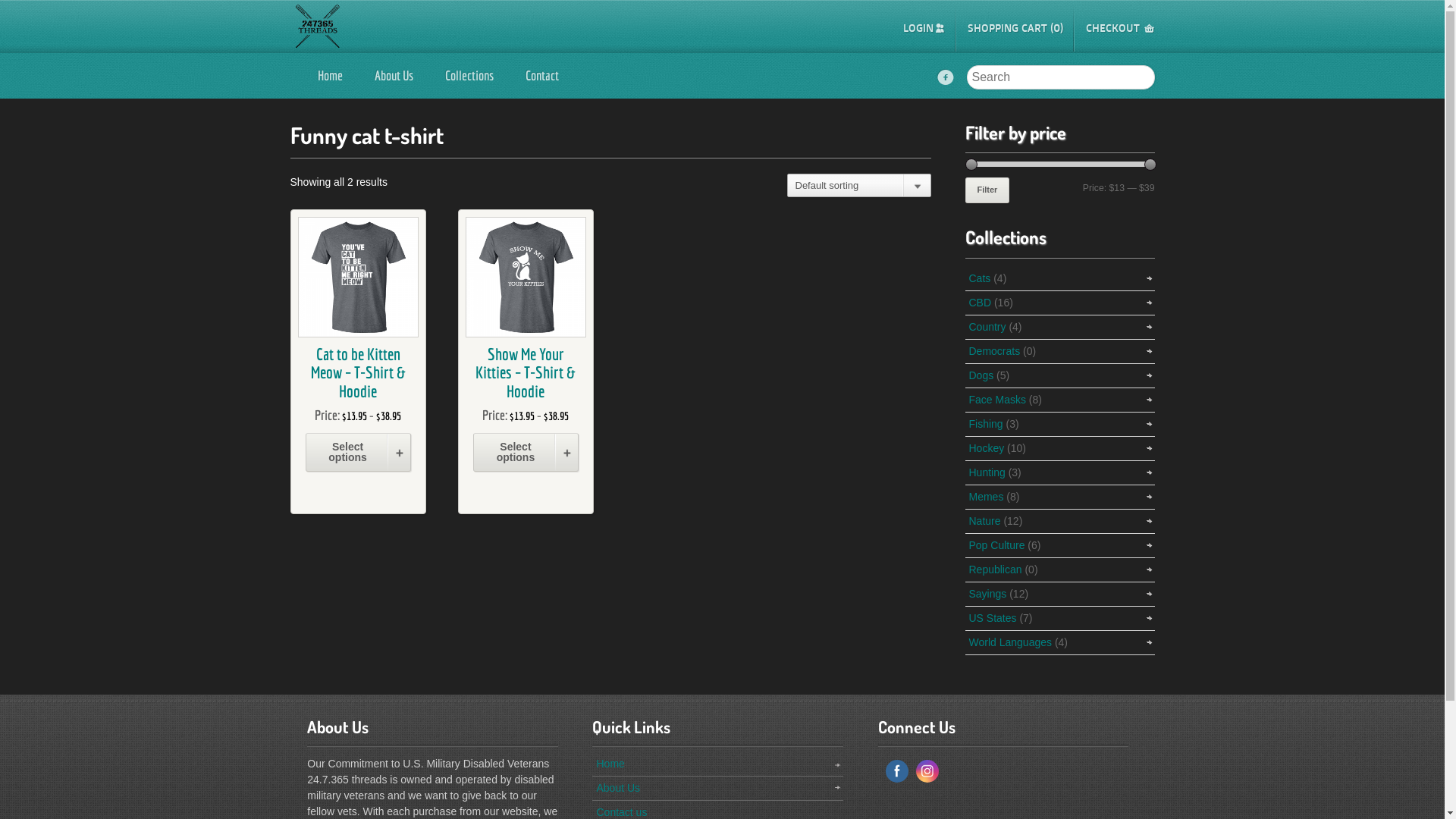 The image size is (1456, 819). Describe the element at coordinates (1120, 28) in the screenshot. I see `'CHECKOUT'` at that location.